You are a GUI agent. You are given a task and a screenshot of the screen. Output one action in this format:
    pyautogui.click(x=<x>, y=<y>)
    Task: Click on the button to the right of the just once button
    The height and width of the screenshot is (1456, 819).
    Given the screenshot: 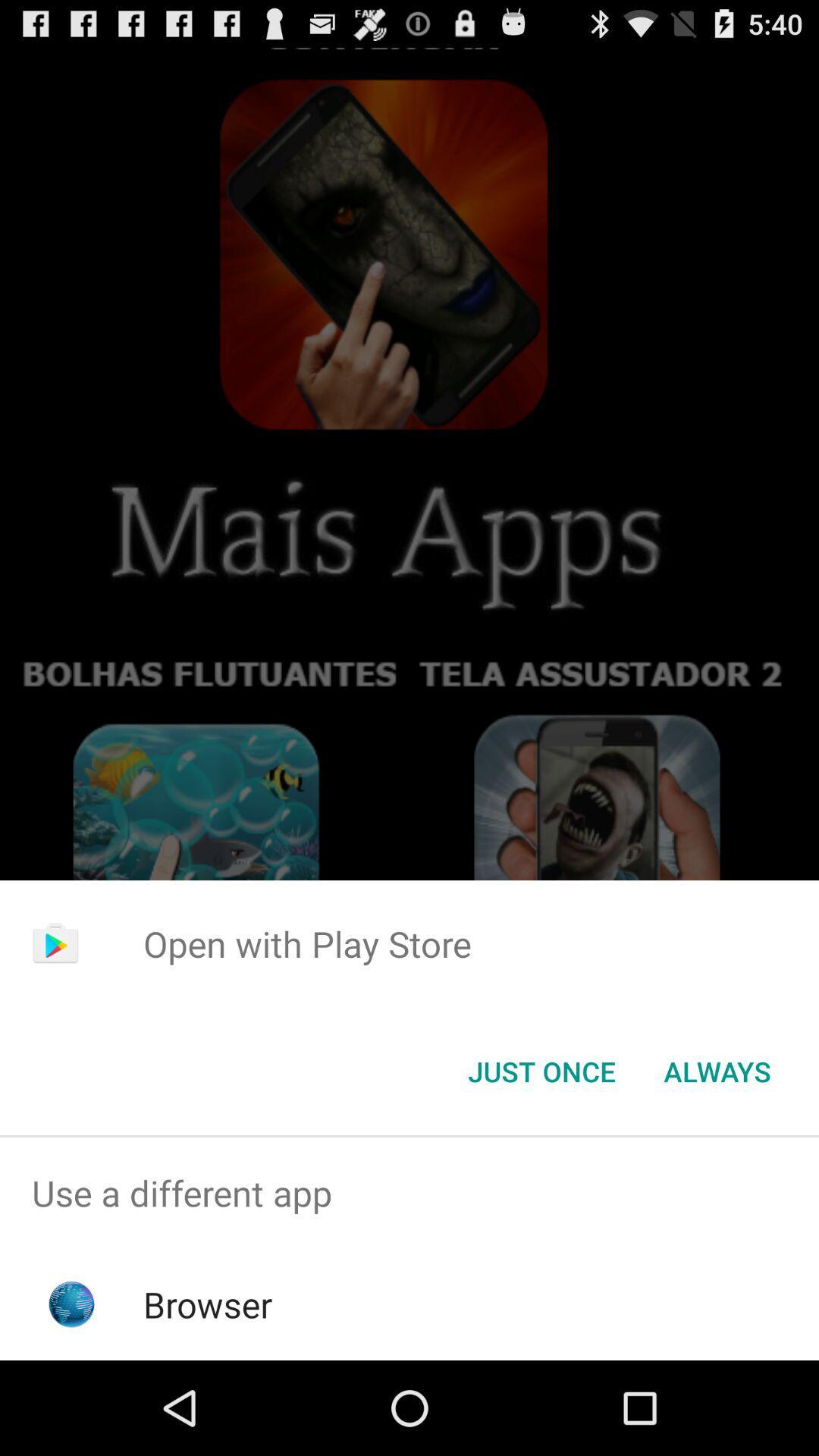 What is the action you would take?
    pyautogui.click(x=717, y=1070)
    